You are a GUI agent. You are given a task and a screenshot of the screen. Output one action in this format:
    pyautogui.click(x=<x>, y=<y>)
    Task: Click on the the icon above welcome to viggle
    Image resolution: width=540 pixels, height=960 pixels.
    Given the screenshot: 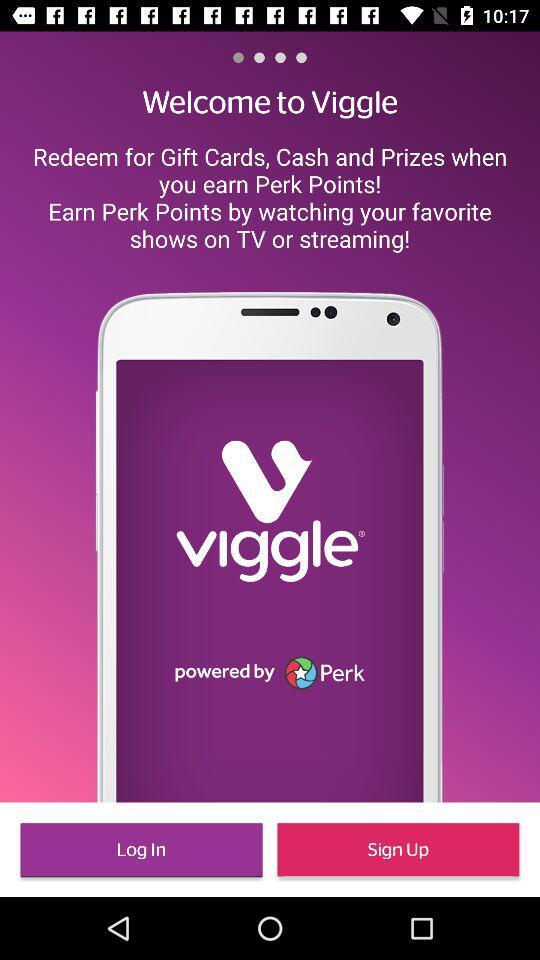 What is the action you would take?
    pyautogui.click(x=300, y=56)
    